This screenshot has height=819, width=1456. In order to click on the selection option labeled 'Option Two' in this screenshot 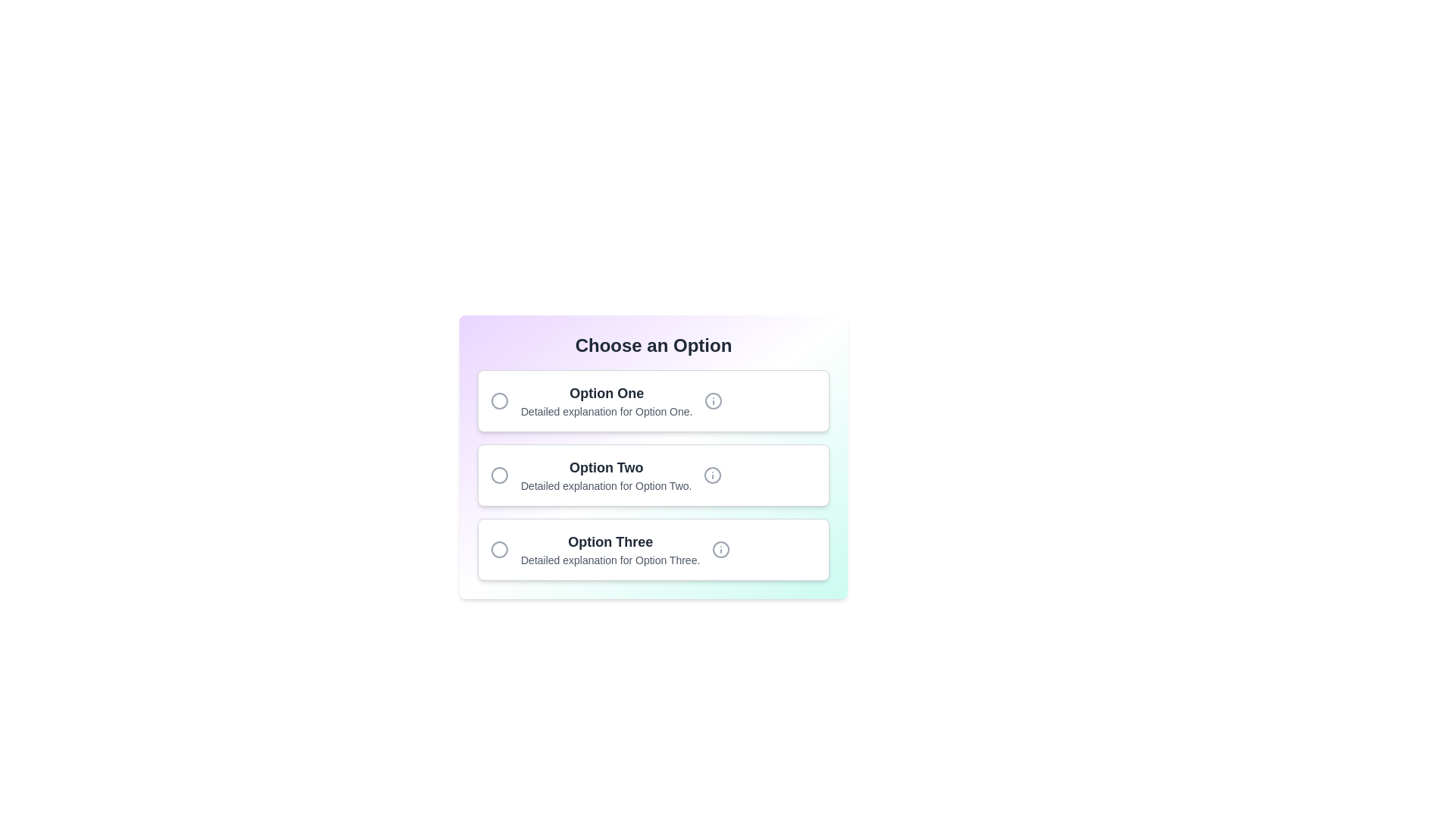, I will do `click(654, 475)`.